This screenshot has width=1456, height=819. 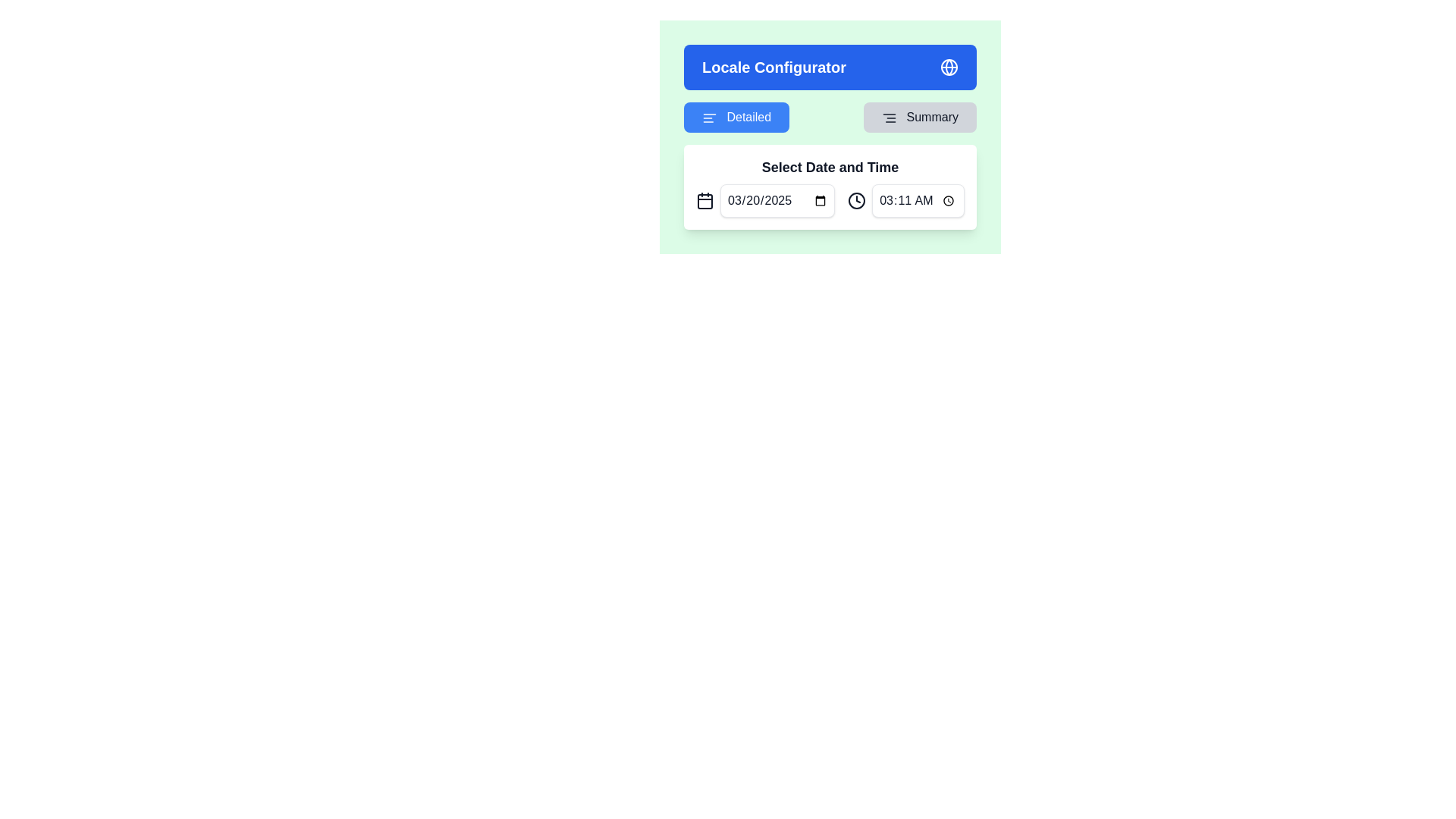 I want to click on the icon located in the middle-left of the 'Detailed' button, so click(x=709, y=116).